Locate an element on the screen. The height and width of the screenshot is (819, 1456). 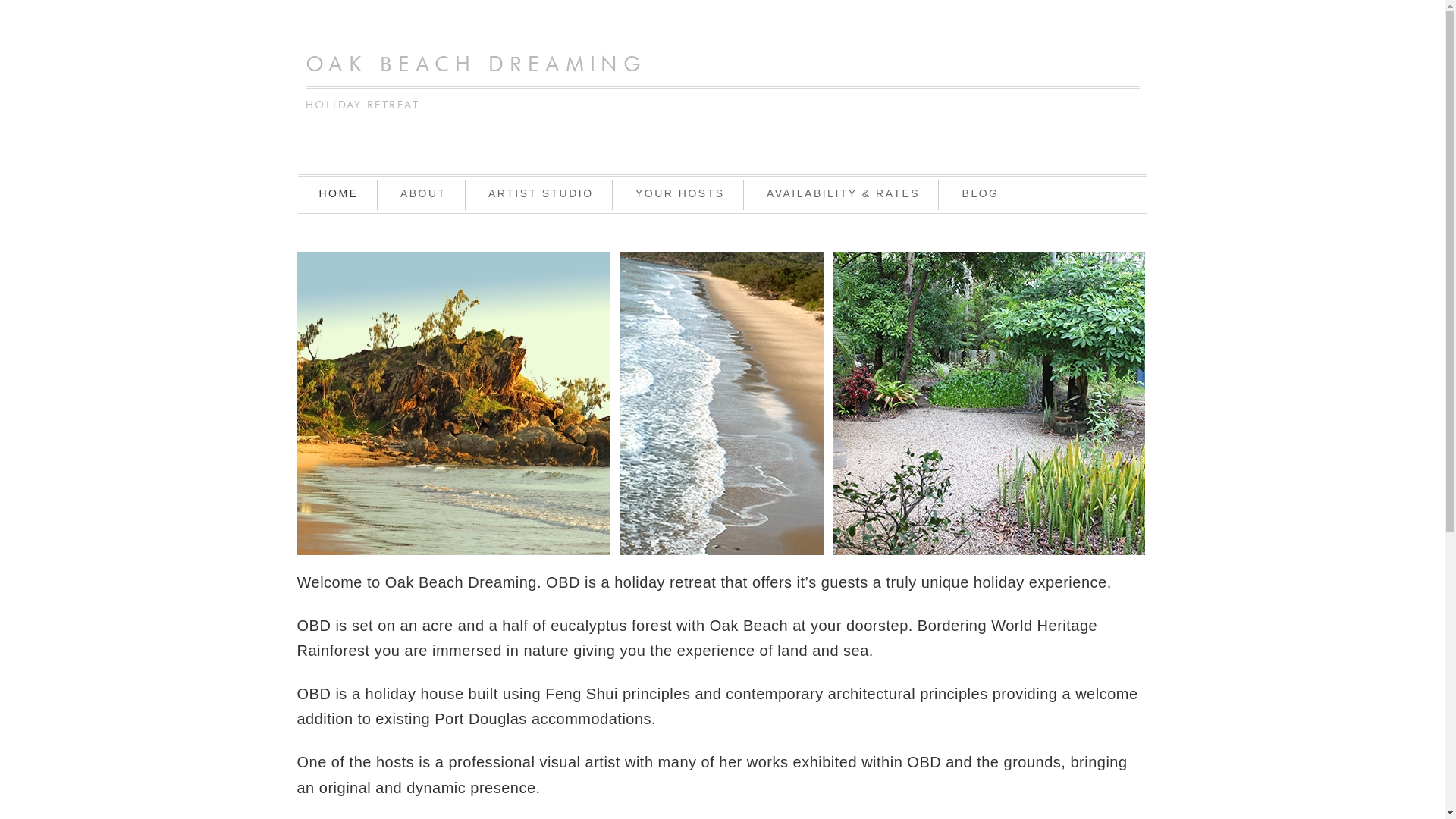
'ARTIST STUDIO' is located at coordinates (469, 194).